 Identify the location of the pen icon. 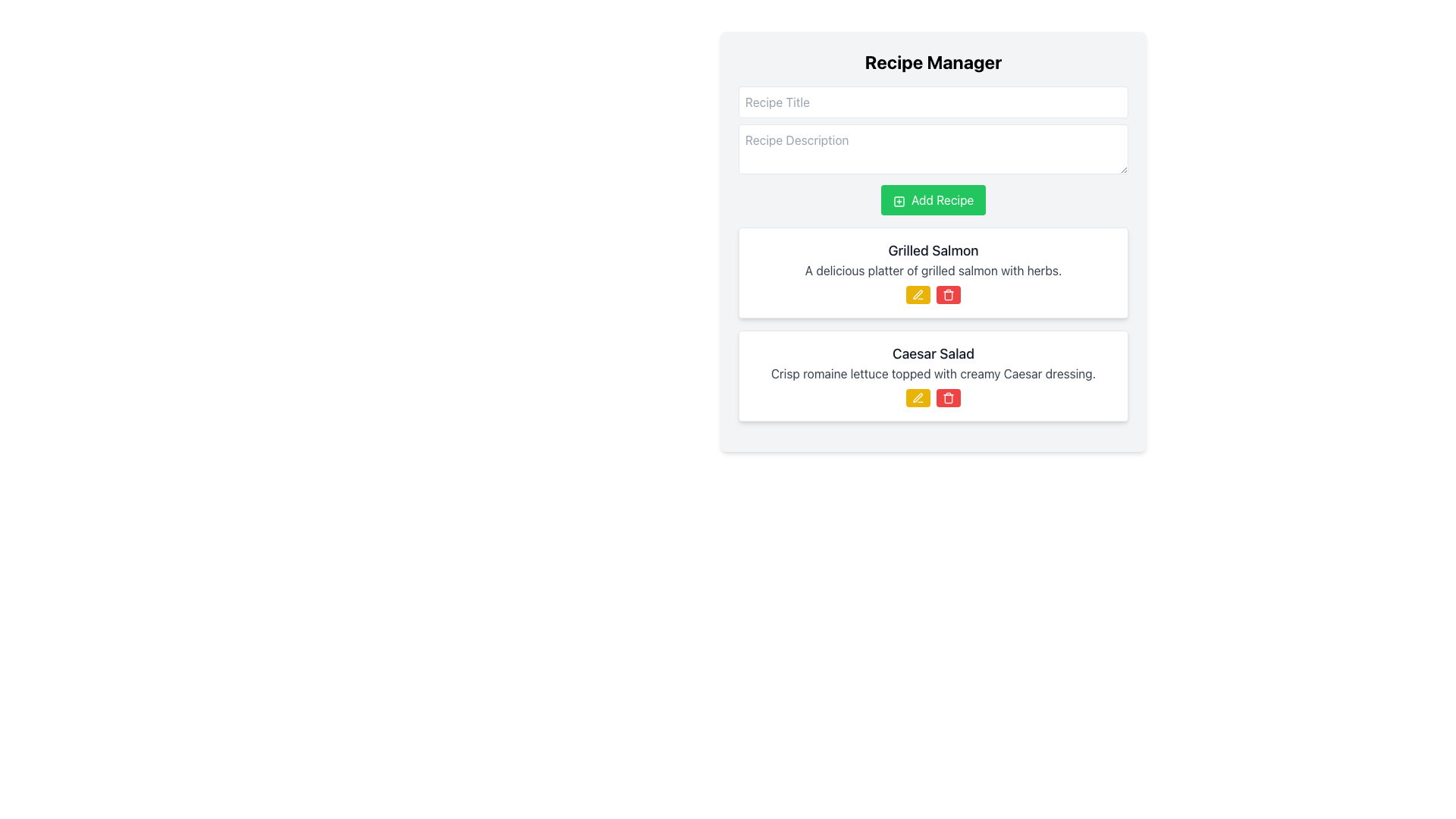
(916, 397).